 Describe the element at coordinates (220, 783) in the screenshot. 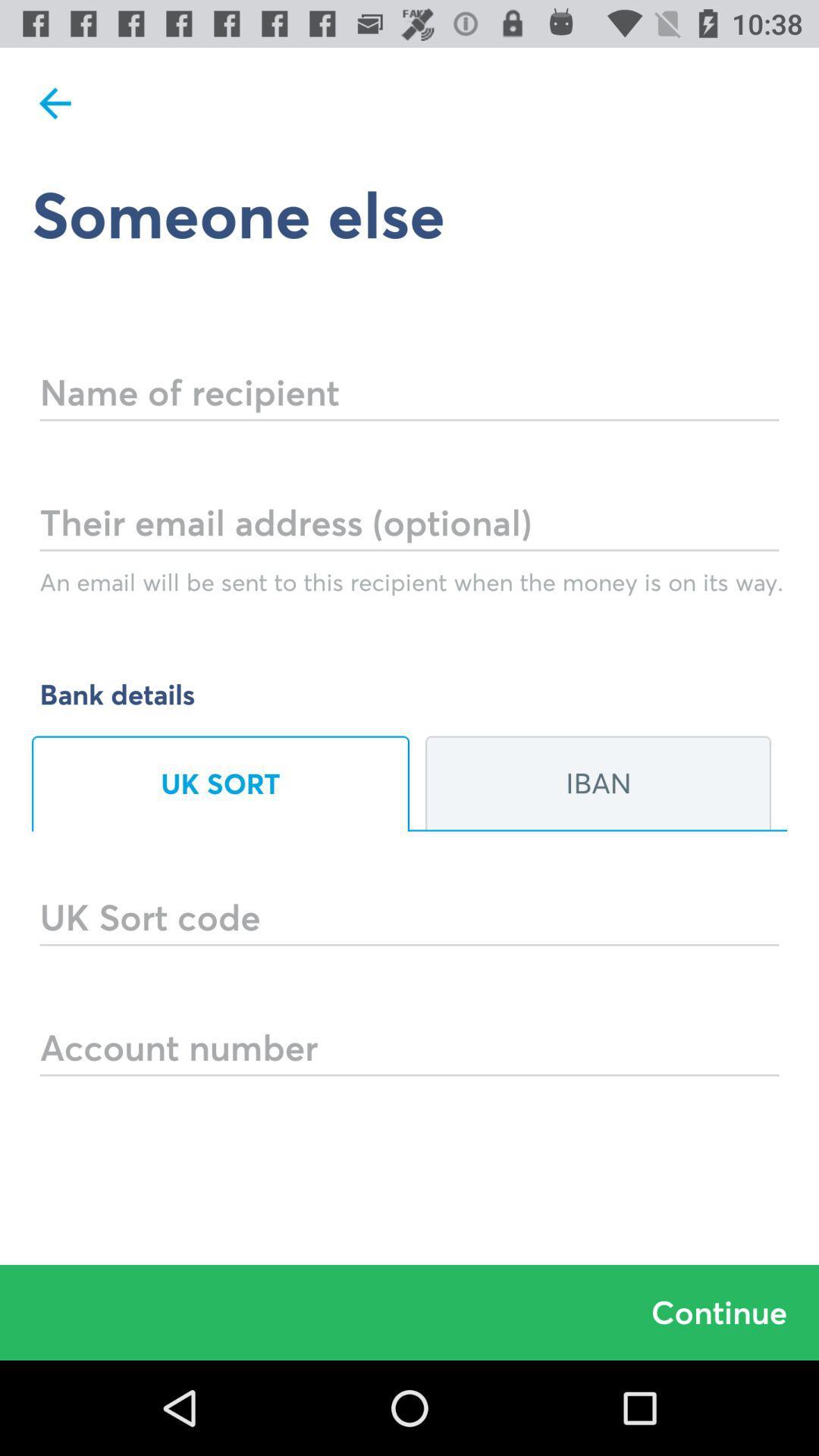

I see `item to the left of the iban icon` at that location.